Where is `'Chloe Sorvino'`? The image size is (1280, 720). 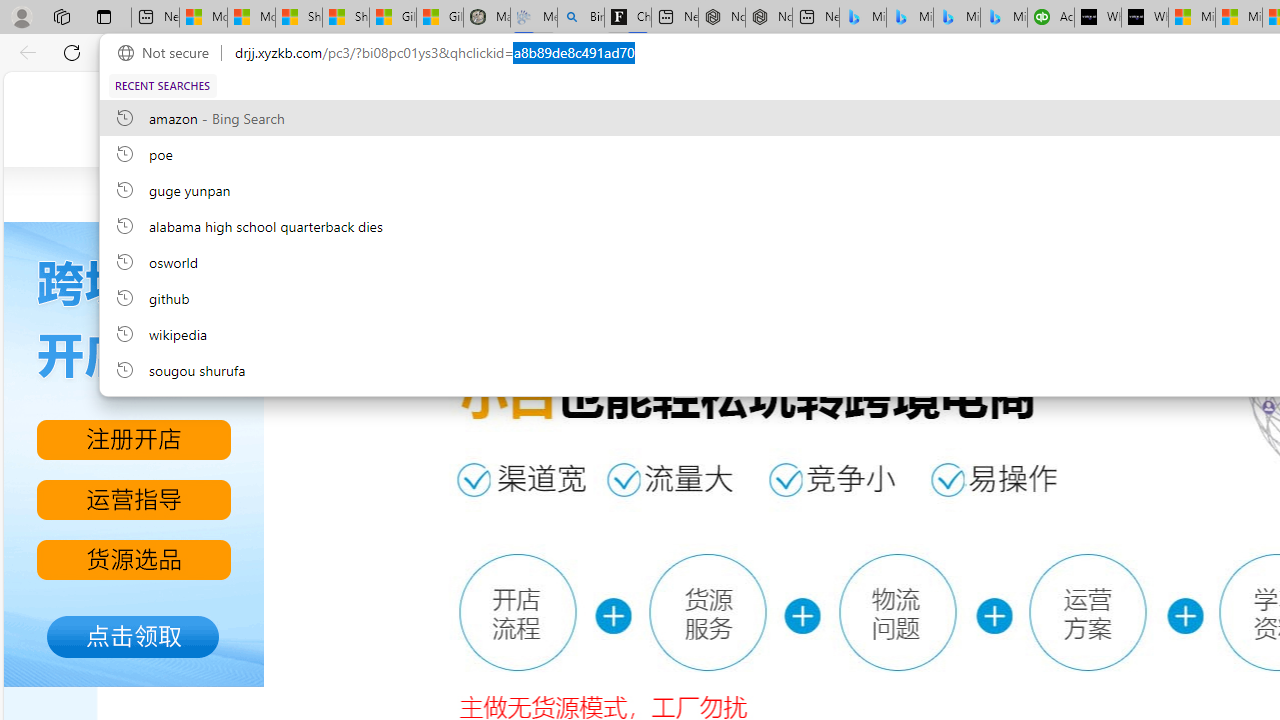
'Chloe Sorvino' is located at coordinates (627, 17).